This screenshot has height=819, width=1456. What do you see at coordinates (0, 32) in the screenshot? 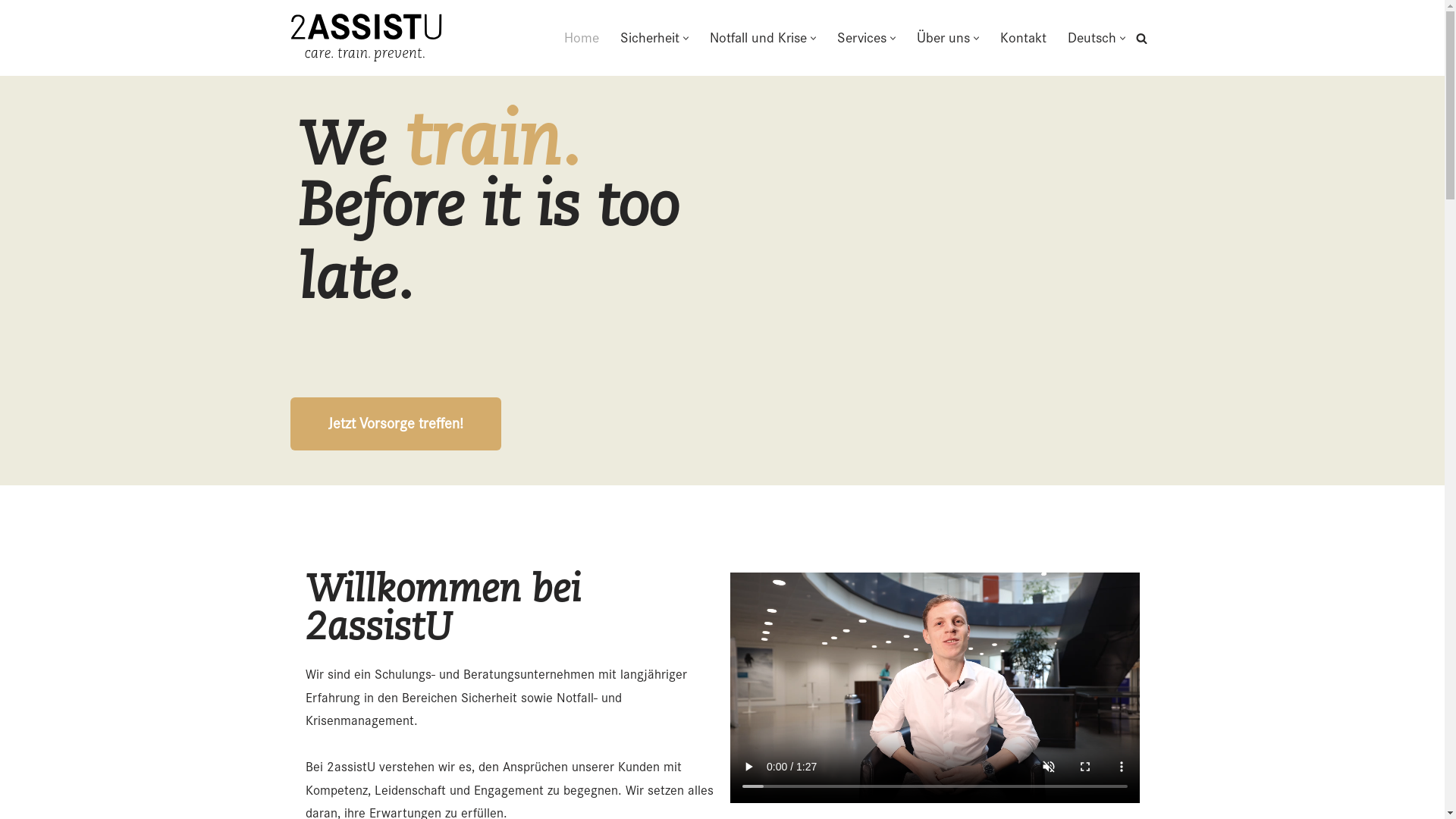
I see `'Zum Inhalt springen'` at bounding box center [0, 32].